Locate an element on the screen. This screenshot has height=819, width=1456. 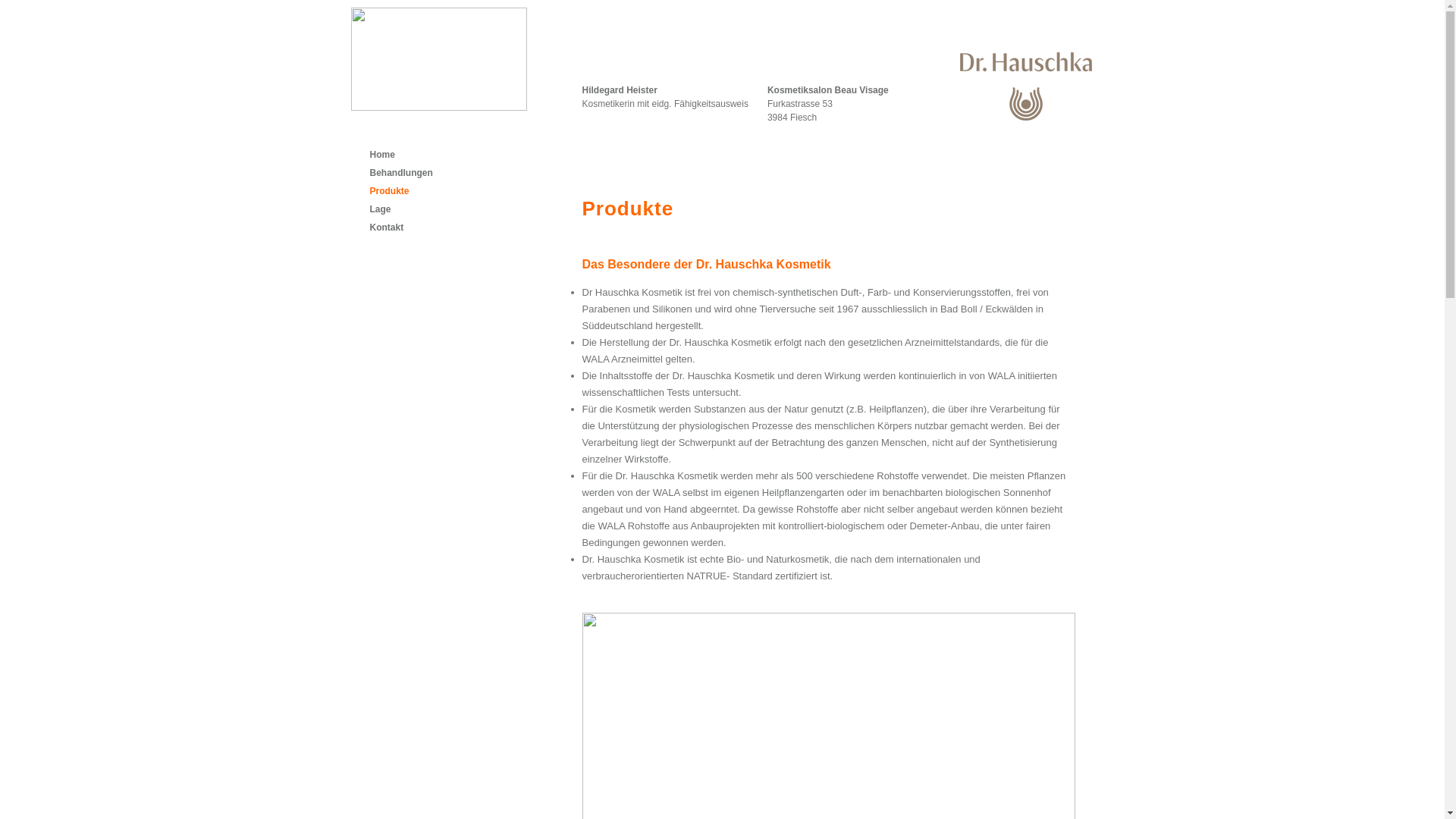
'Behandlungen' is located at coordinates (401, 171).